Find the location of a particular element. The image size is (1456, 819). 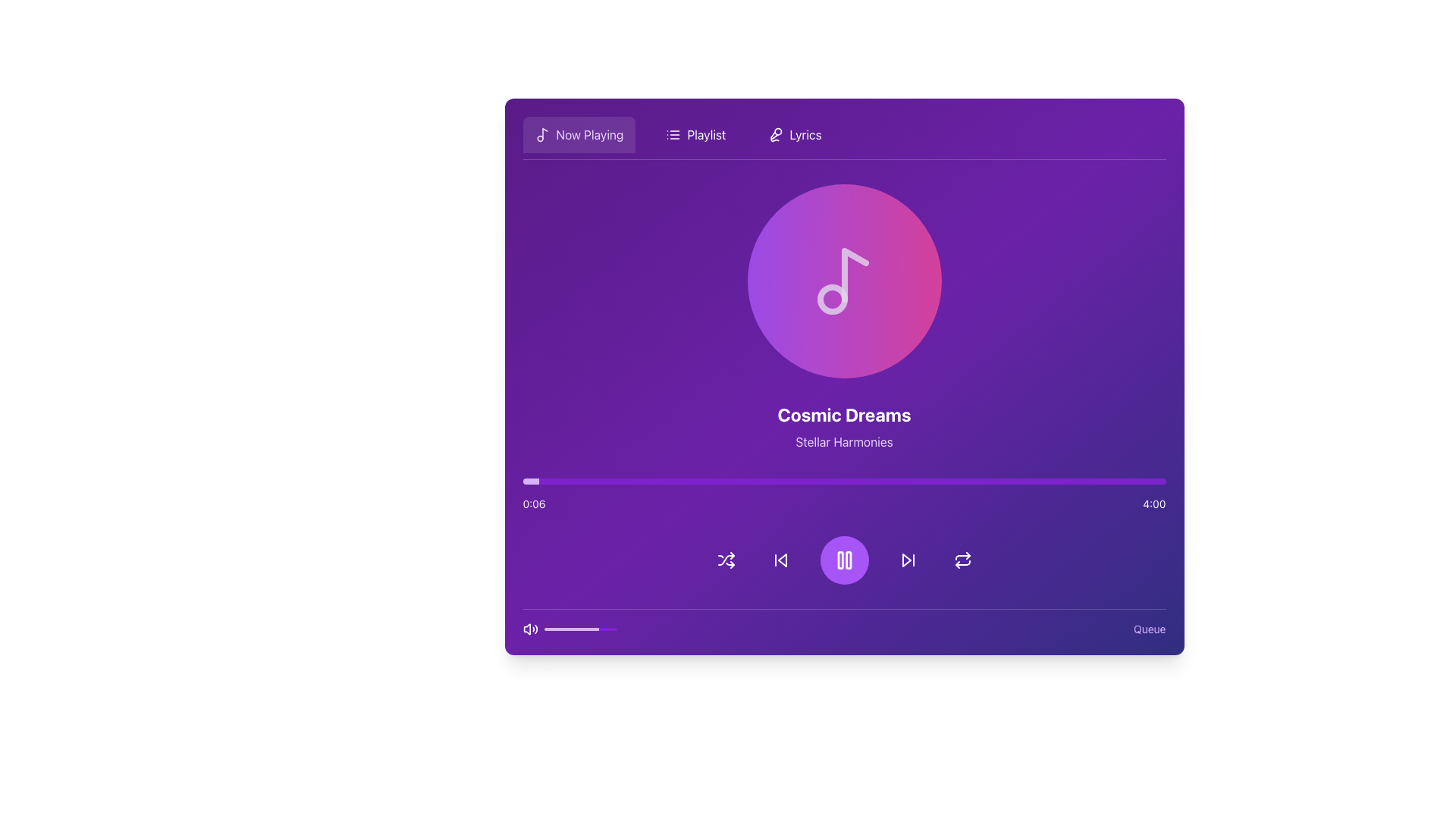

the progress bar located centrally within the music player interface to adjust the playback position is located at coordinates (843, 494).